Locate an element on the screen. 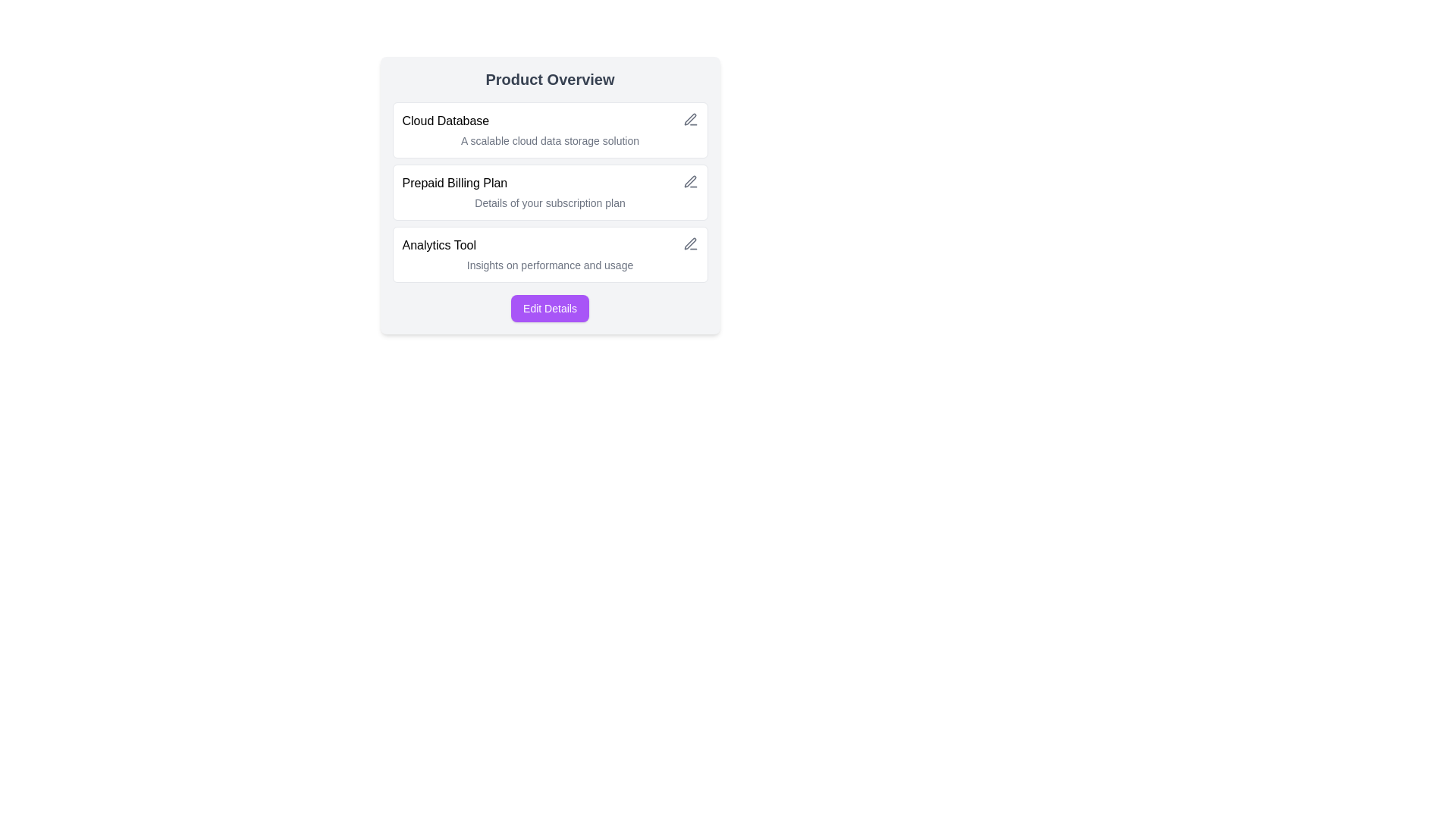 This screenshot has height=819, width=1456. the third selectable list item labeled 'Analytics Tool' under the 'Product Overview' section is located at coordinates (549, 253).